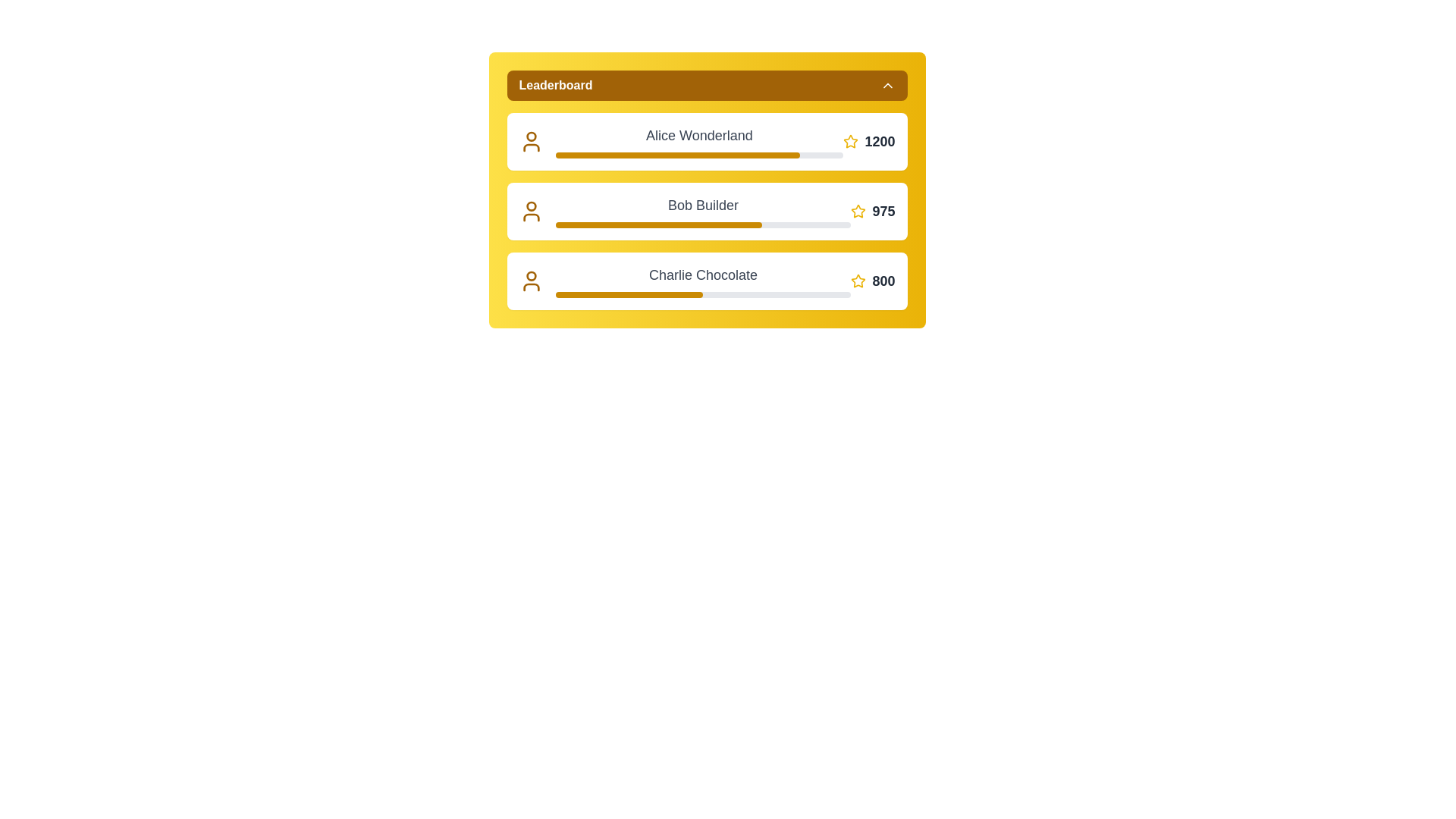 The image size is (1456, 819). I want to click on the 'Leaderboard' static text label to read its content, which is prominently displayed in bold font within the leaderboard interface, so click(555, 85).